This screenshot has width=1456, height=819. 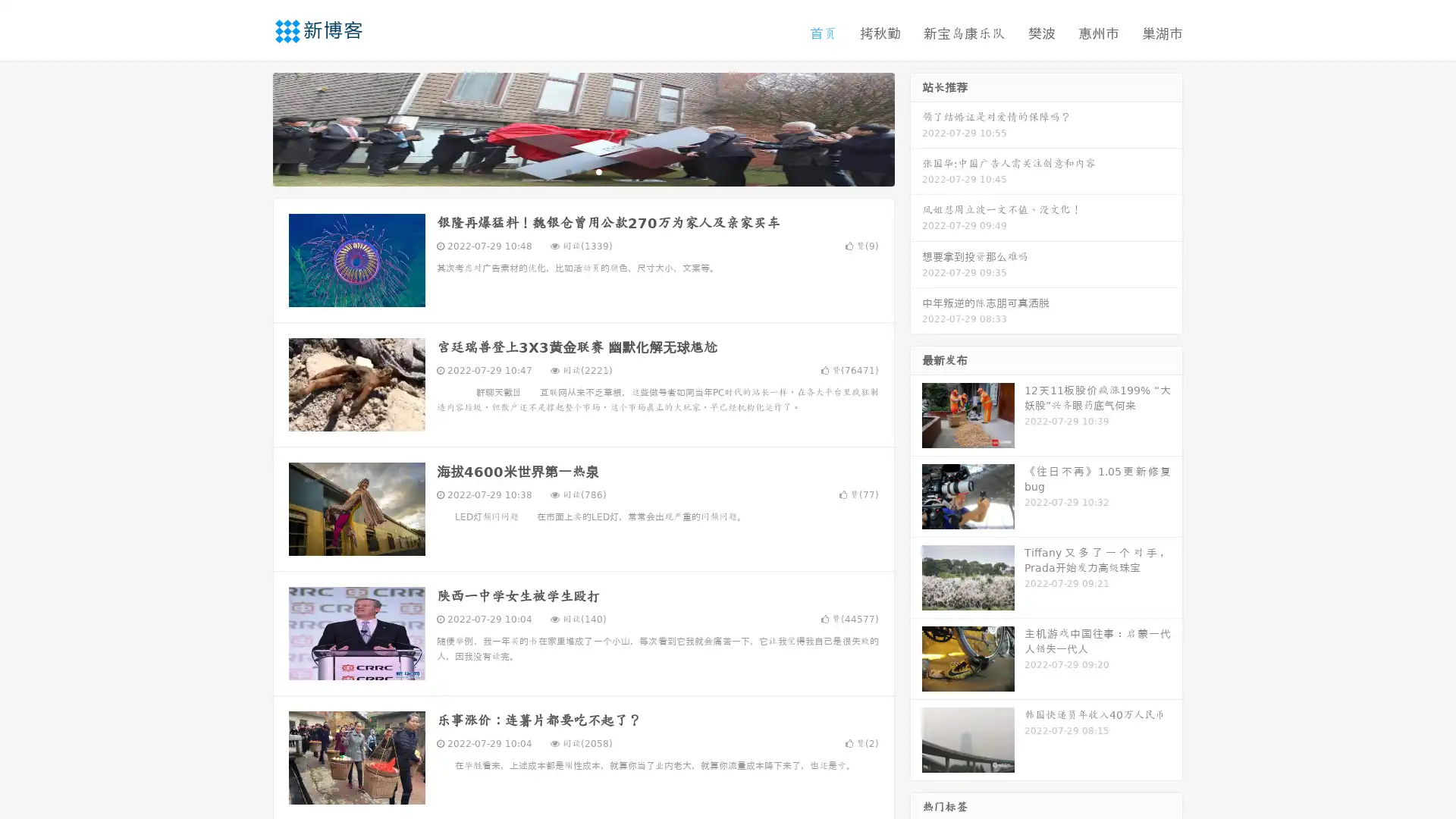 What do you see at coordinates (916, 127) in the screenshot?
I see `Next slide` at bounding box center [916, 127].